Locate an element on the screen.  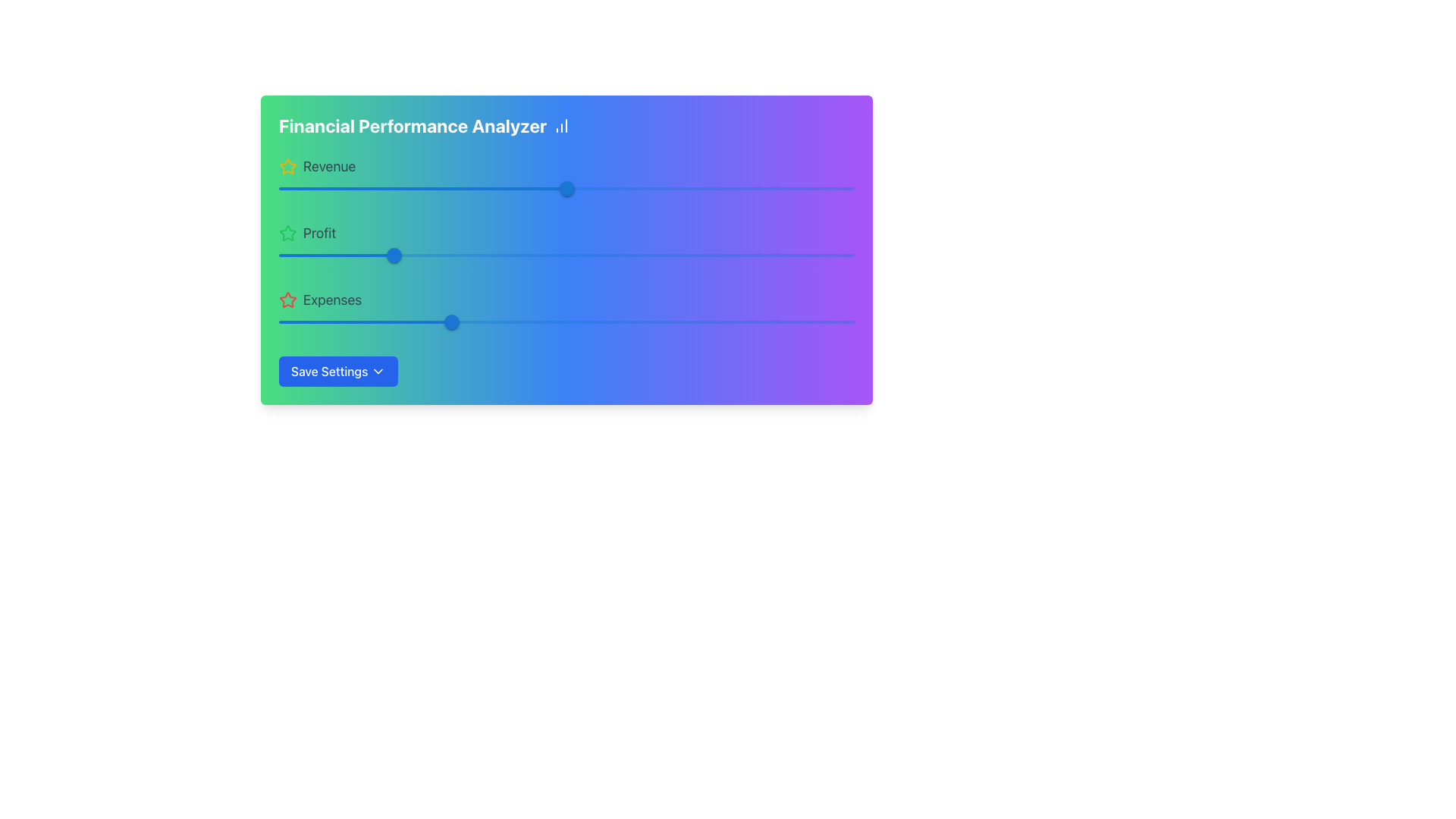
the slider value is located at coordinates (428, 321).